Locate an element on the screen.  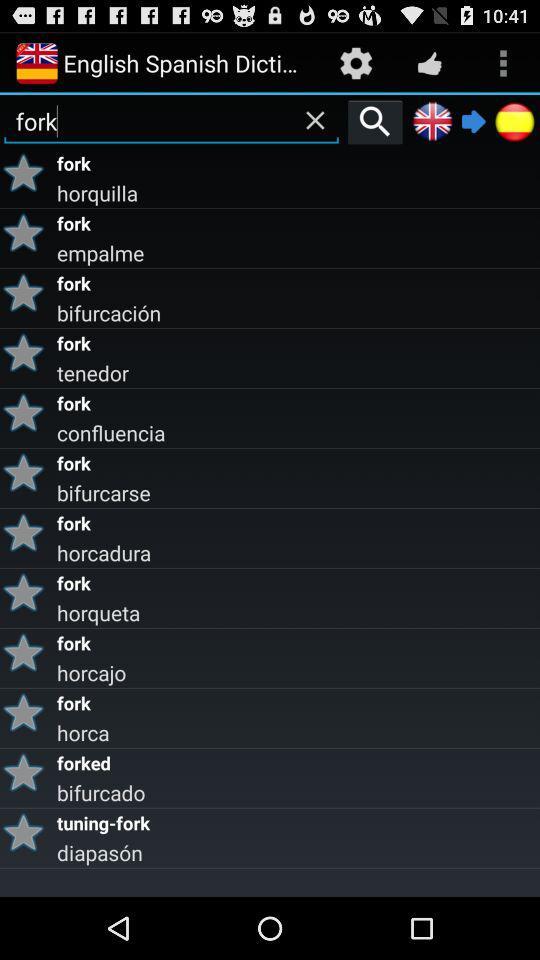
the search icon is located at coordinates (375, 129).